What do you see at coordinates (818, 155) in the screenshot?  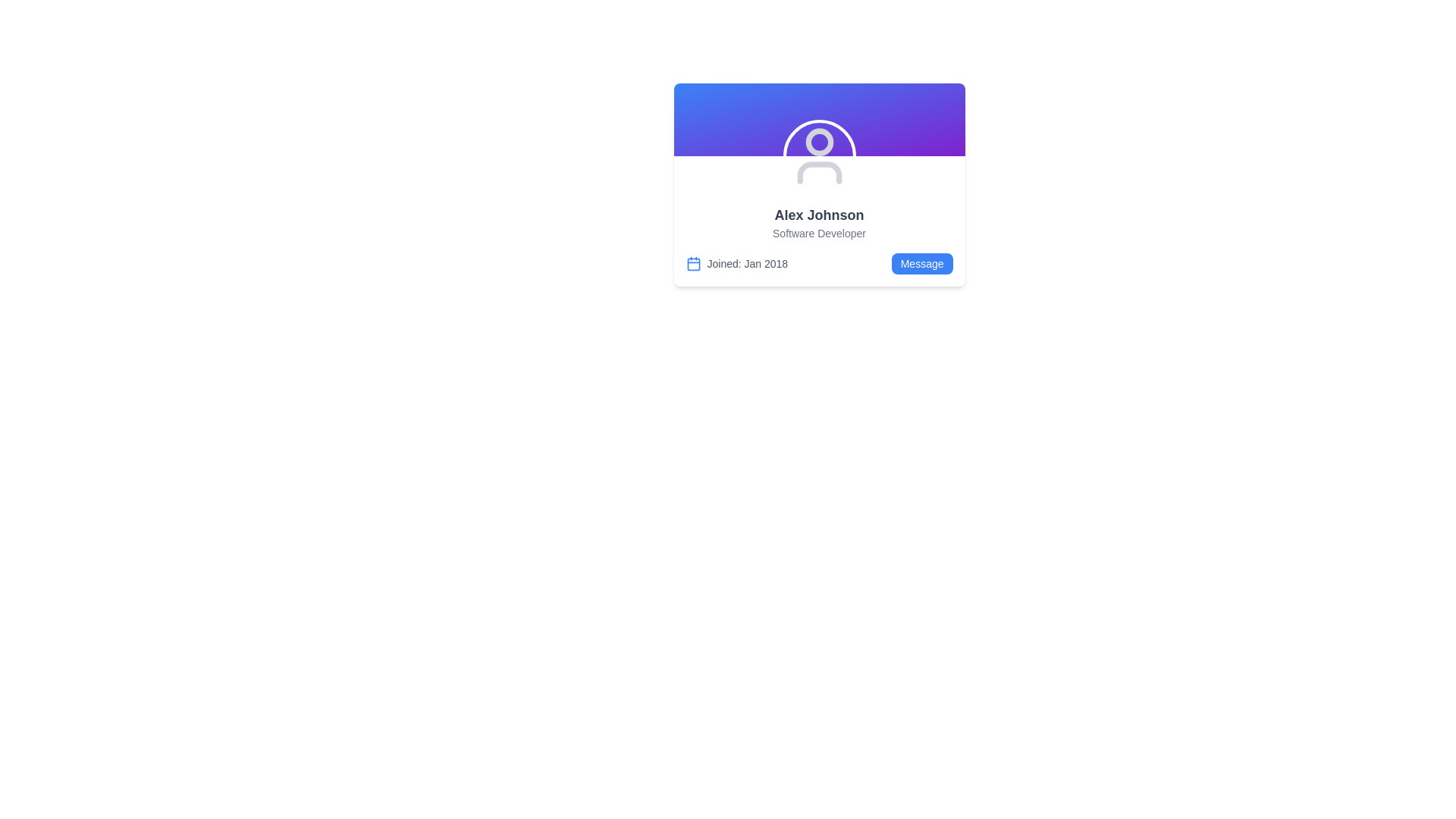 I see `the profile avatar placeholder, which is centrally located above the user's name within the profile card component` at bounding box center [818, 155].